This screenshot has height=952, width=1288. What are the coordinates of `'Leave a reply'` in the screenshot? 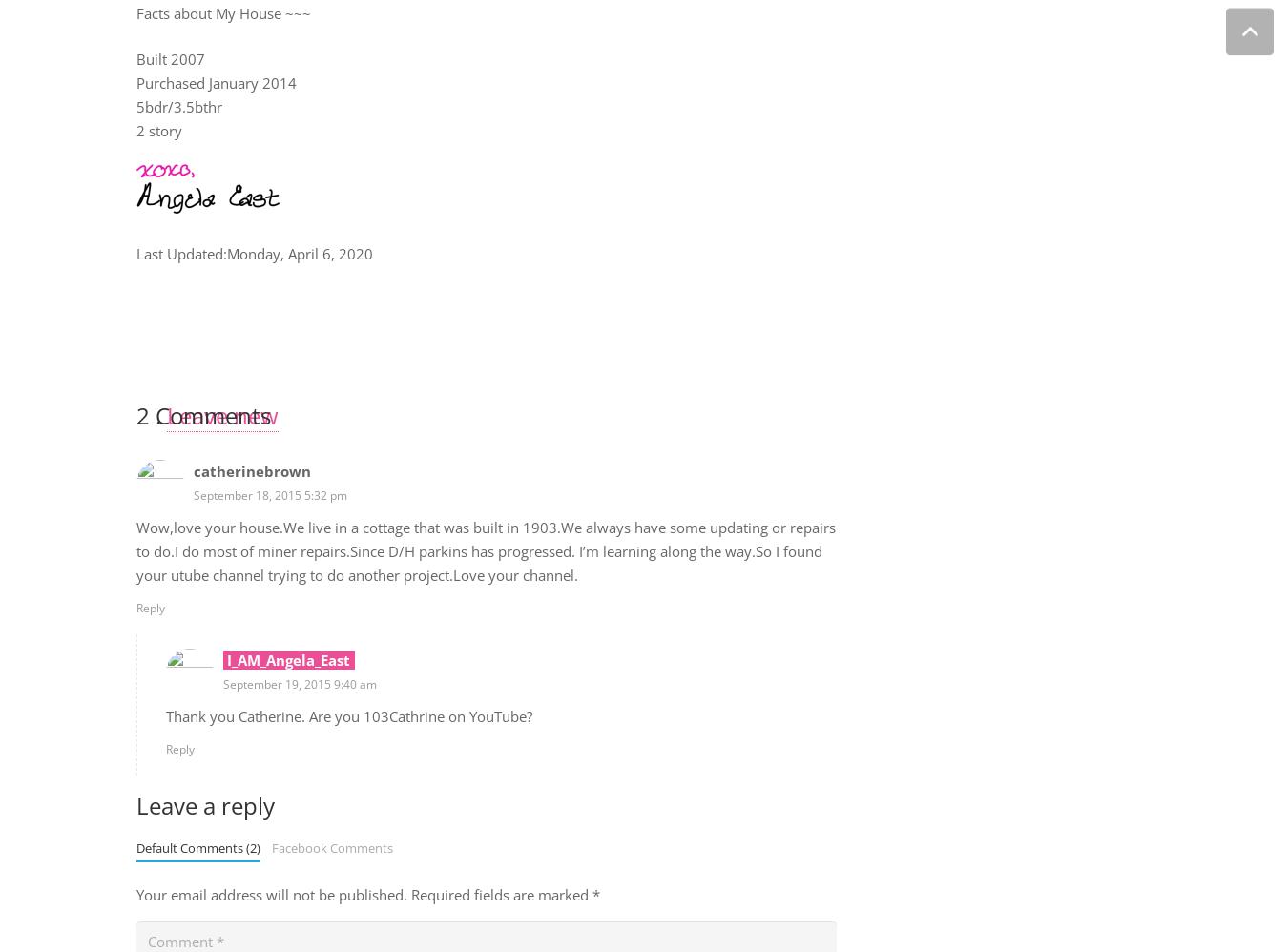 It's located at (204, 805).